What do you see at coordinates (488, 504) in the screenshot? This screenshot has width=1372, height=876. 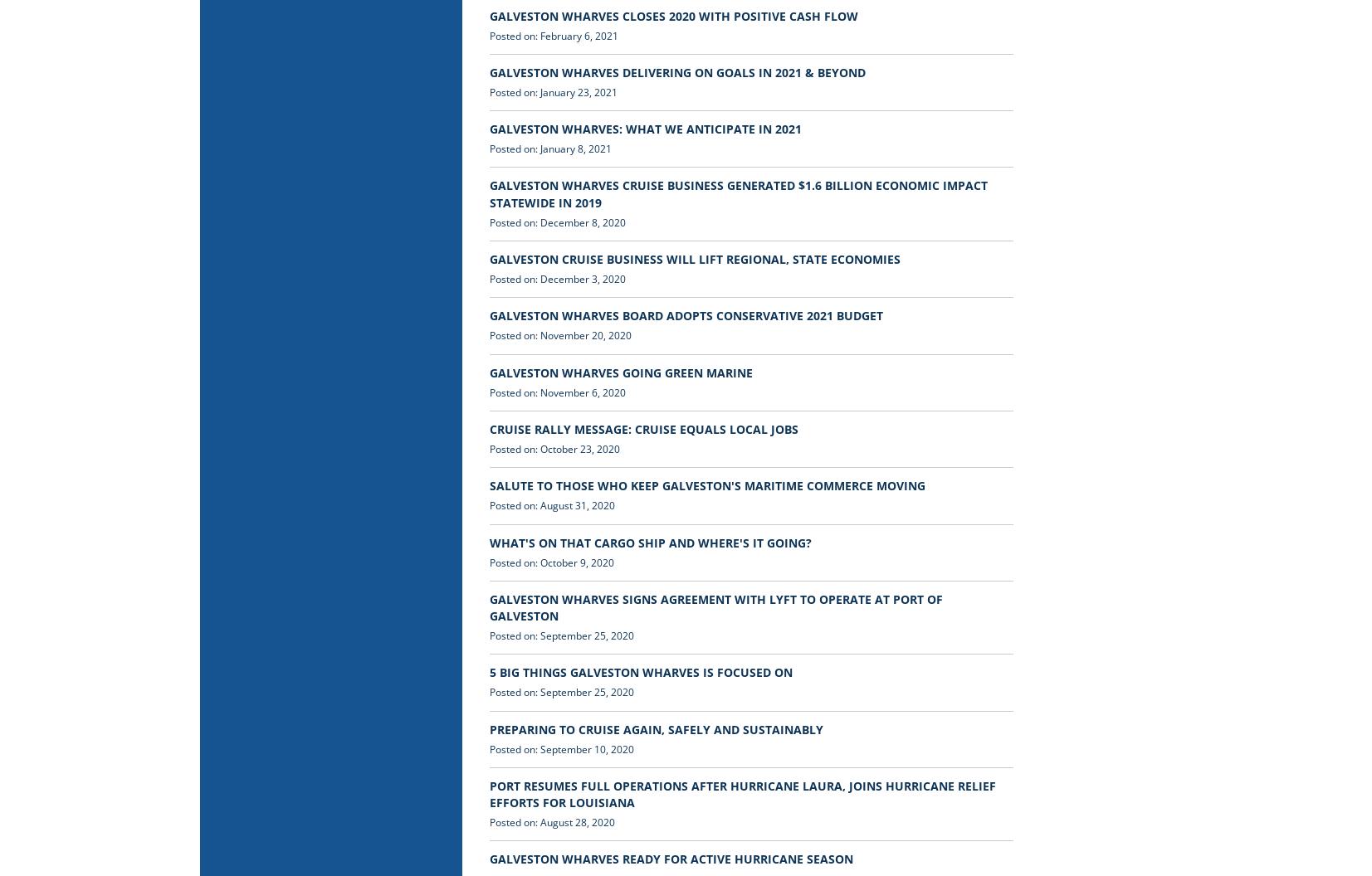 I see `'Posted on: August 31, 2020'` at bounding box center [488, 504].